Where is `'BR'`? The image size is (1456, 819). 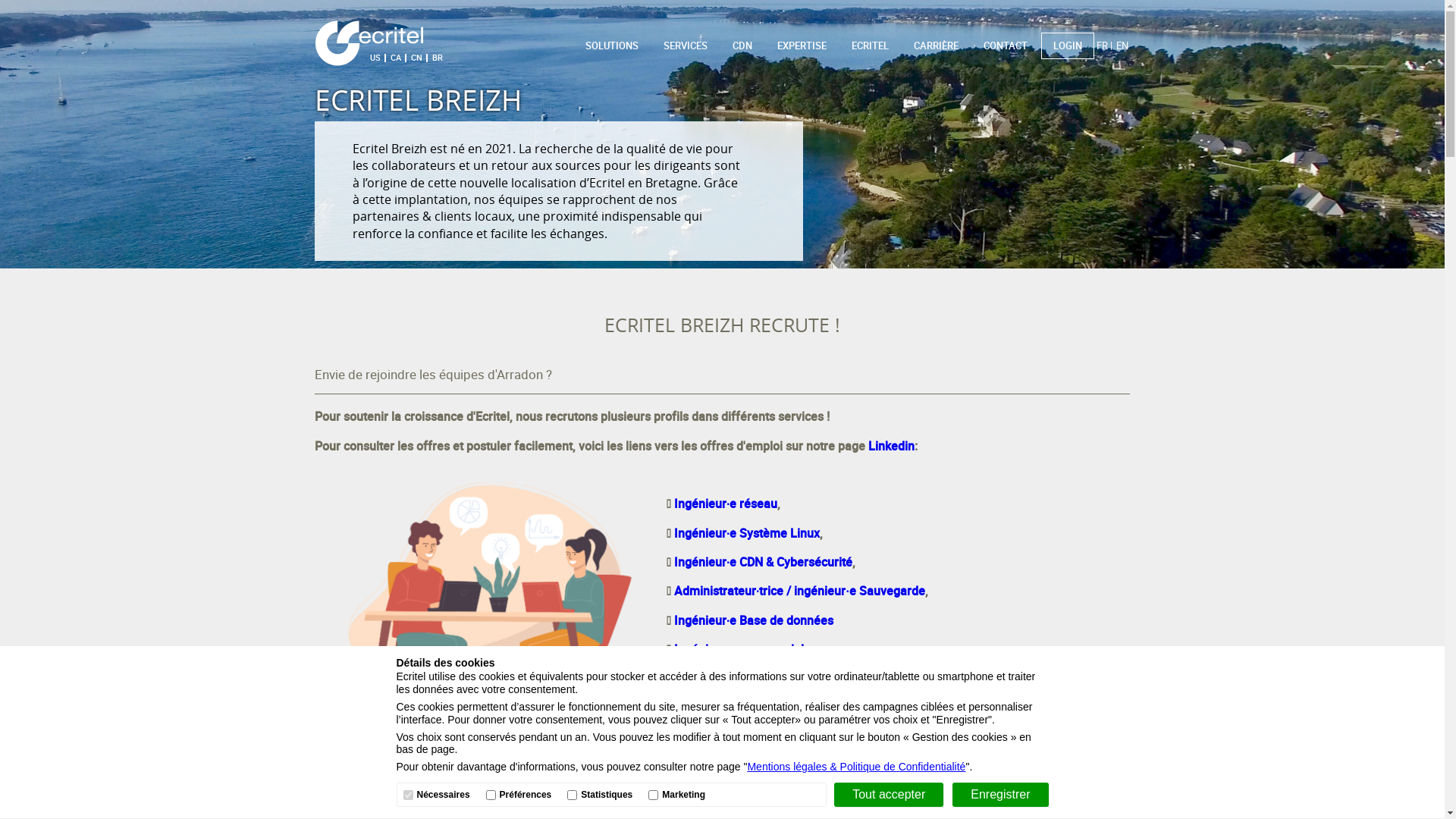
'BR' is located at coordinates (428, 57).